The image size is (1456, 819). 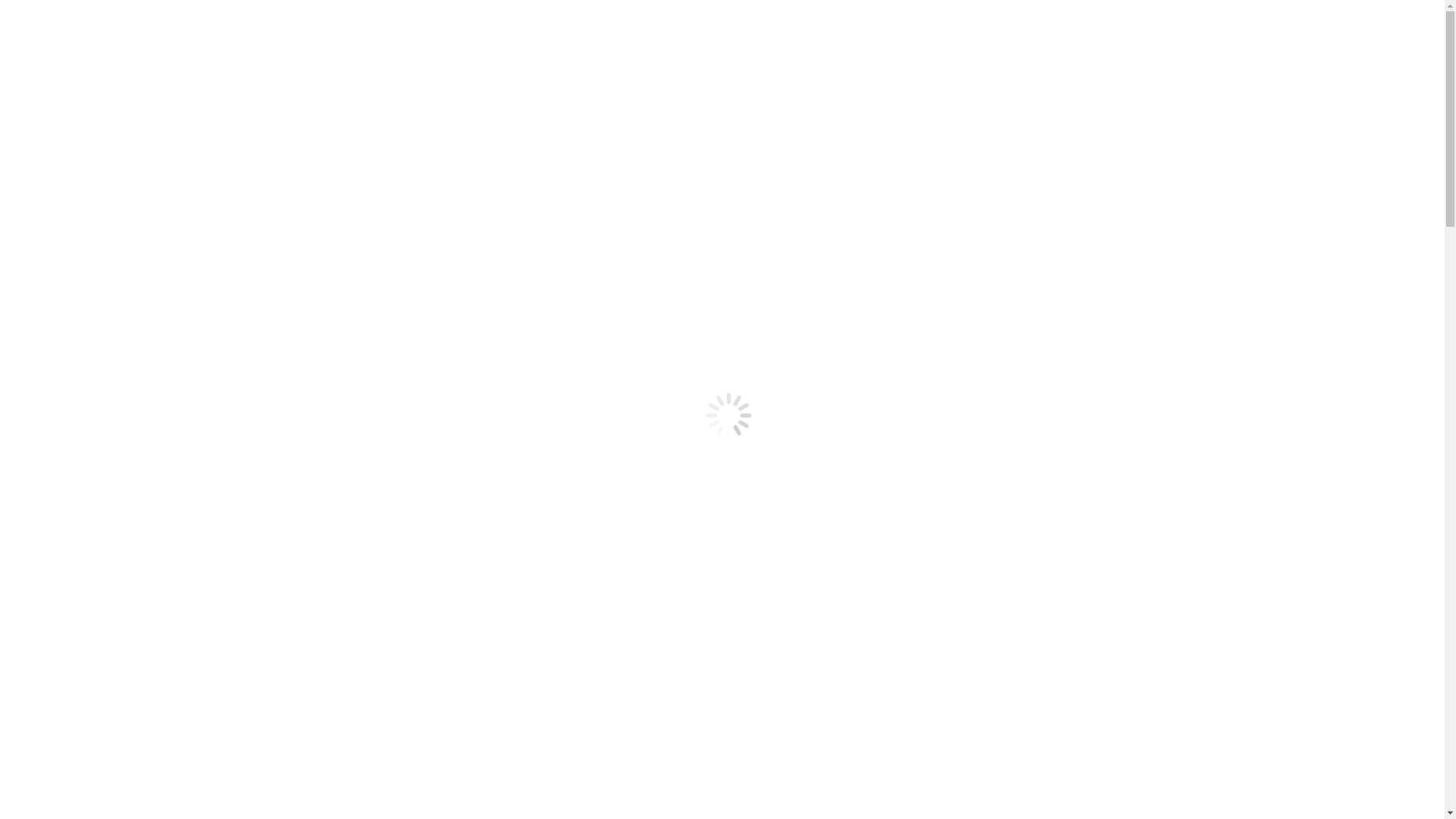 What do you see at coordinates (96, 39) in the screenshot?
I see `'Facebook page opens in new window'` at bounding box center [96, 39].